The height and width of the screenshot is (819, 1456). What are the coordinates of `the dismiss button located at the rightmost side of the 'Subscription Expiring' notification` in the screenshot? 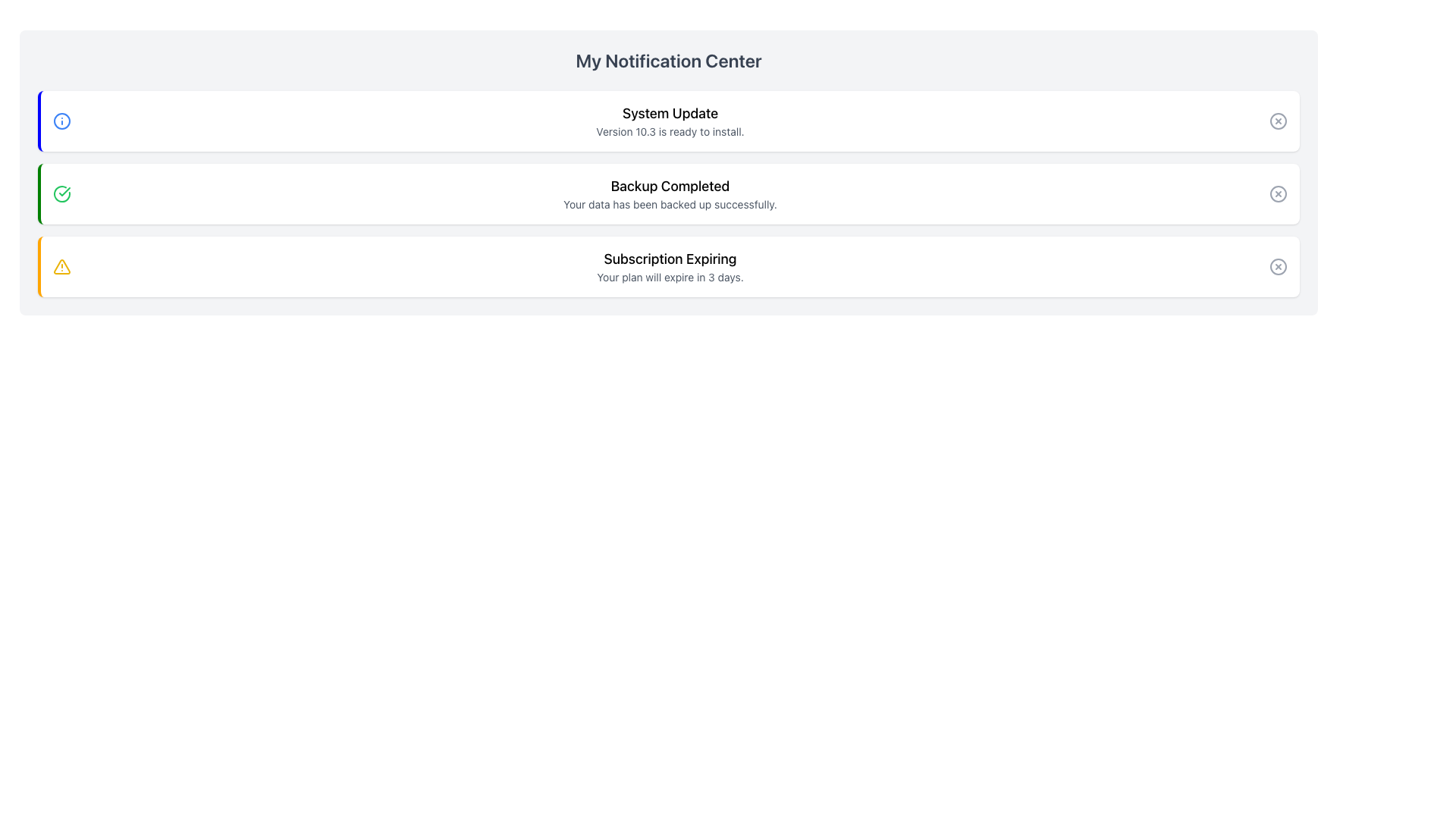 It's located at (1277, 265).